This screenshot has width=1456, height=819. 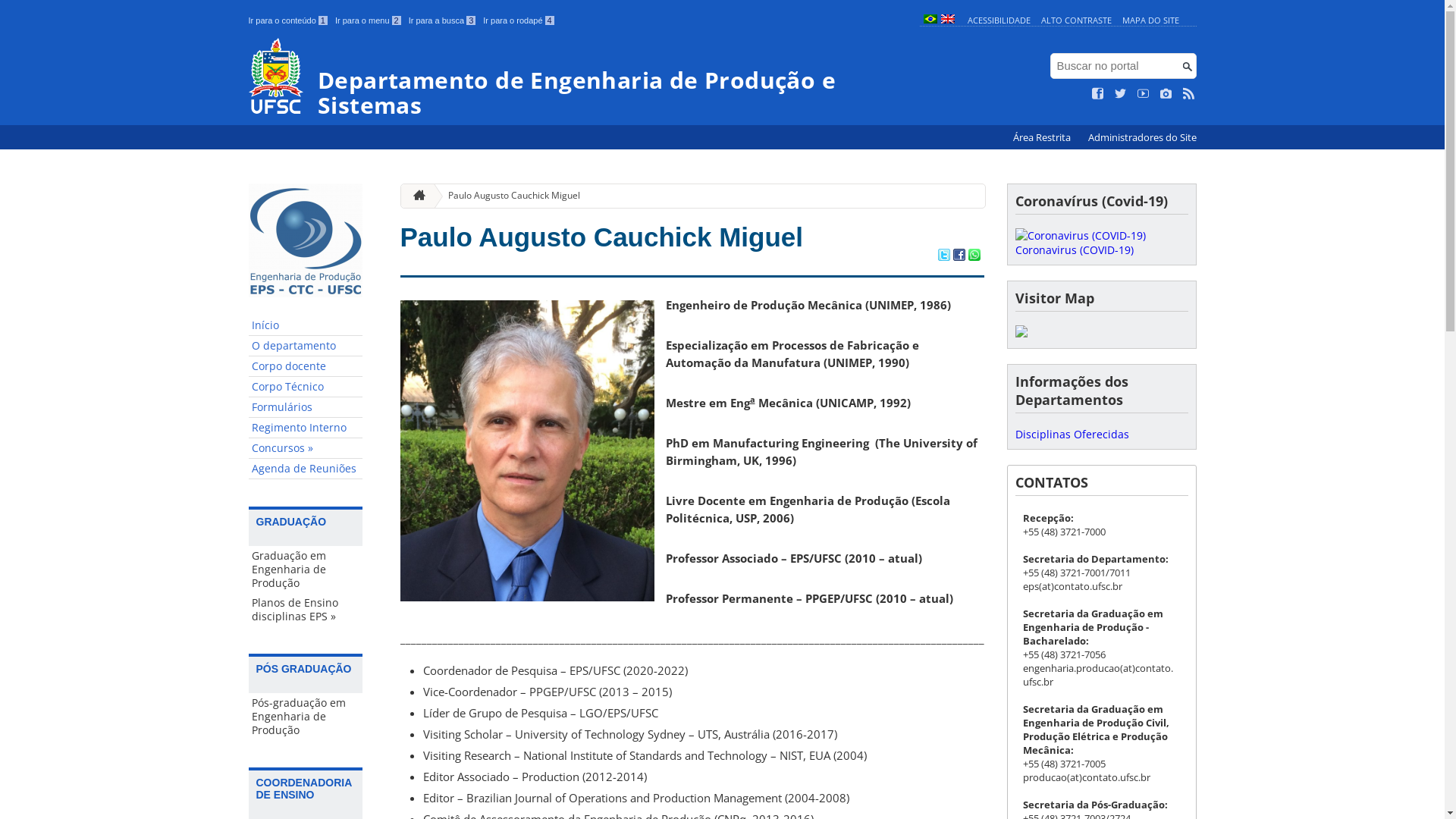 I want to click on 'ACESSIBILIDADE', so click(x=967, y=20).